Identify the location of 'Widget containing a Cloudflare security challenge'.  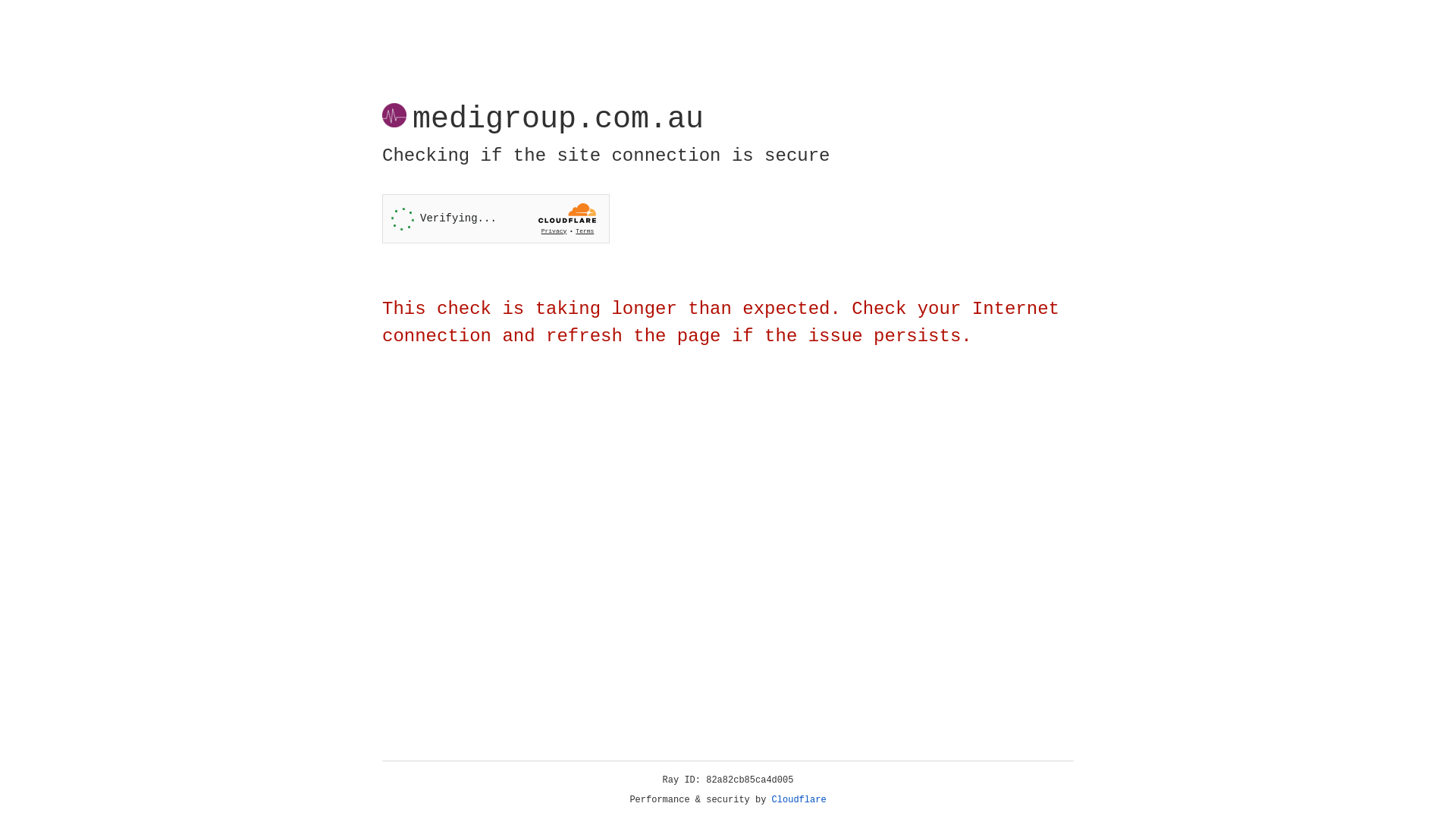
(495, 218).